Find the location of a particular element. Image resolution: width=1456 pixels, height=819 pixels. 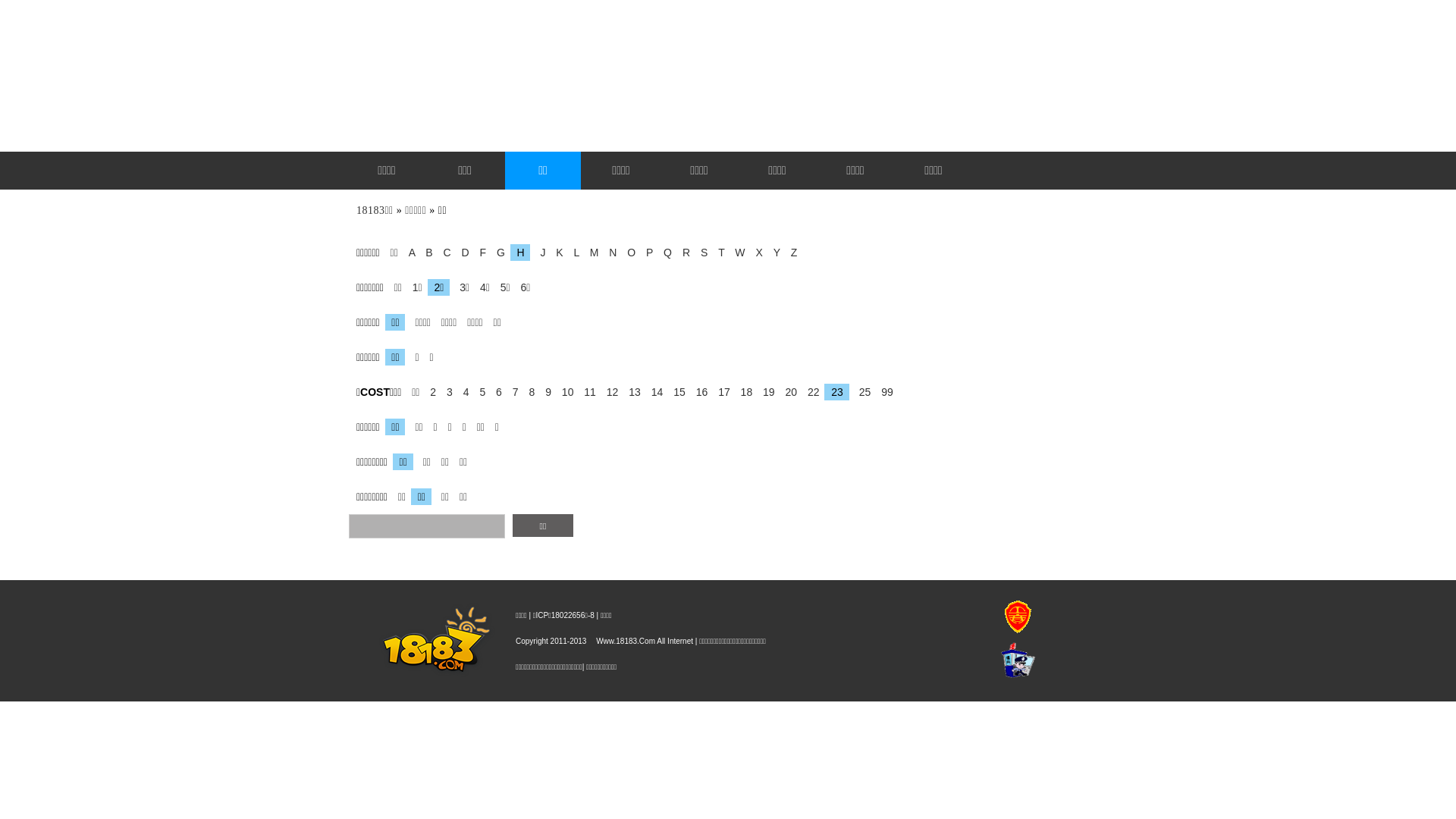

'4' is located at coordinates (461, 391).